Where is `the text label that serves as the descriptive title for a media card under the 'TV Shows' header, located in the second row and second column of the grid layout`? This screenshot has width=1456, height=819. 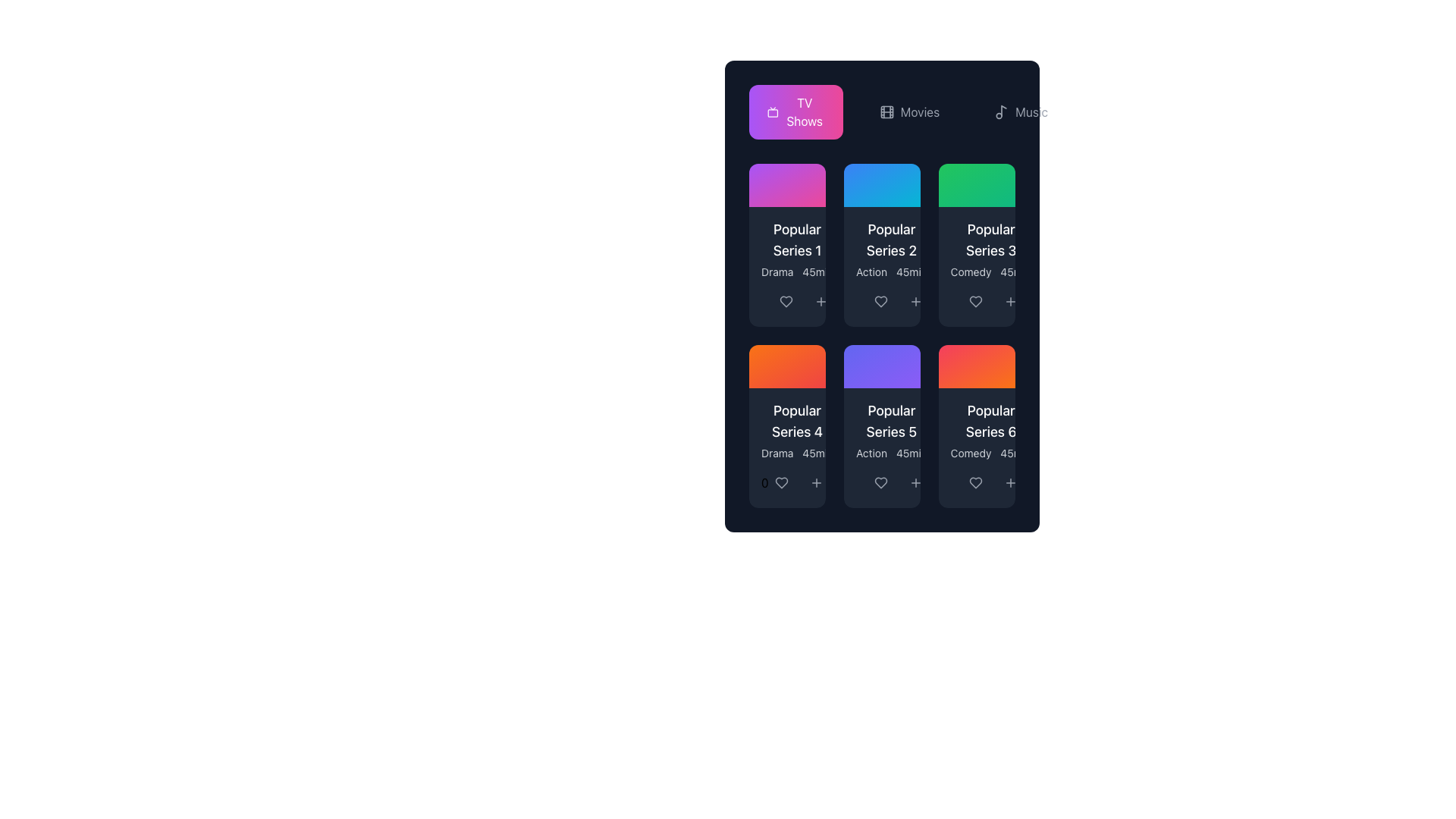 the text label that serves as the descriptive title for a media card under the 'TV Shows' header, located in the second row and second column of the grid layout is located at coordinates (892, 421).